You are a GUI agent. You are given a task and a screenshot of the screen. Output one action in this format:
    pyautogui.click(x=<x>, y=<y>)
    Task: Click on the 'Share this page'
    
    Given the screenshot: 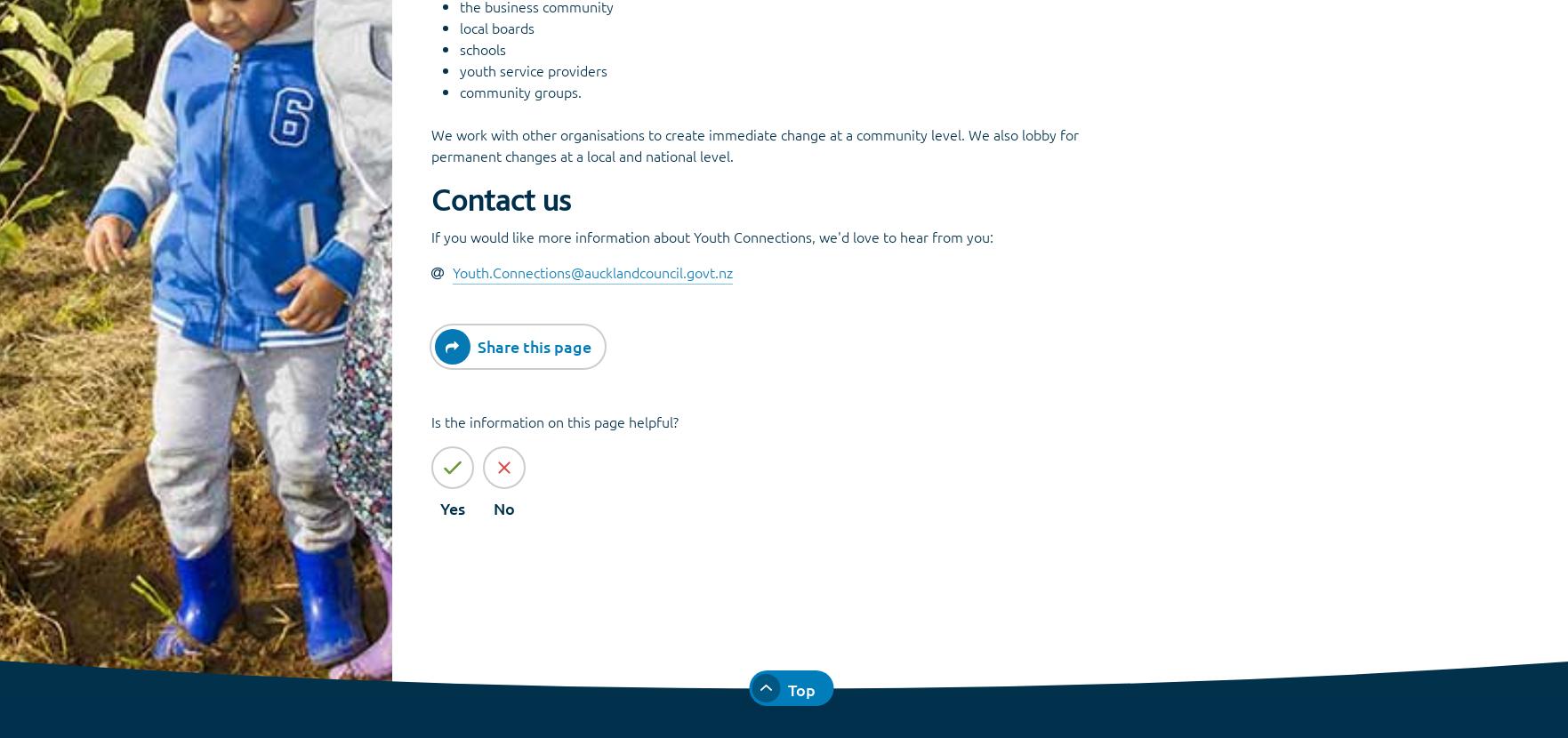 What is the action you would take?
    pyautogui.click(x=476, y=344)
    